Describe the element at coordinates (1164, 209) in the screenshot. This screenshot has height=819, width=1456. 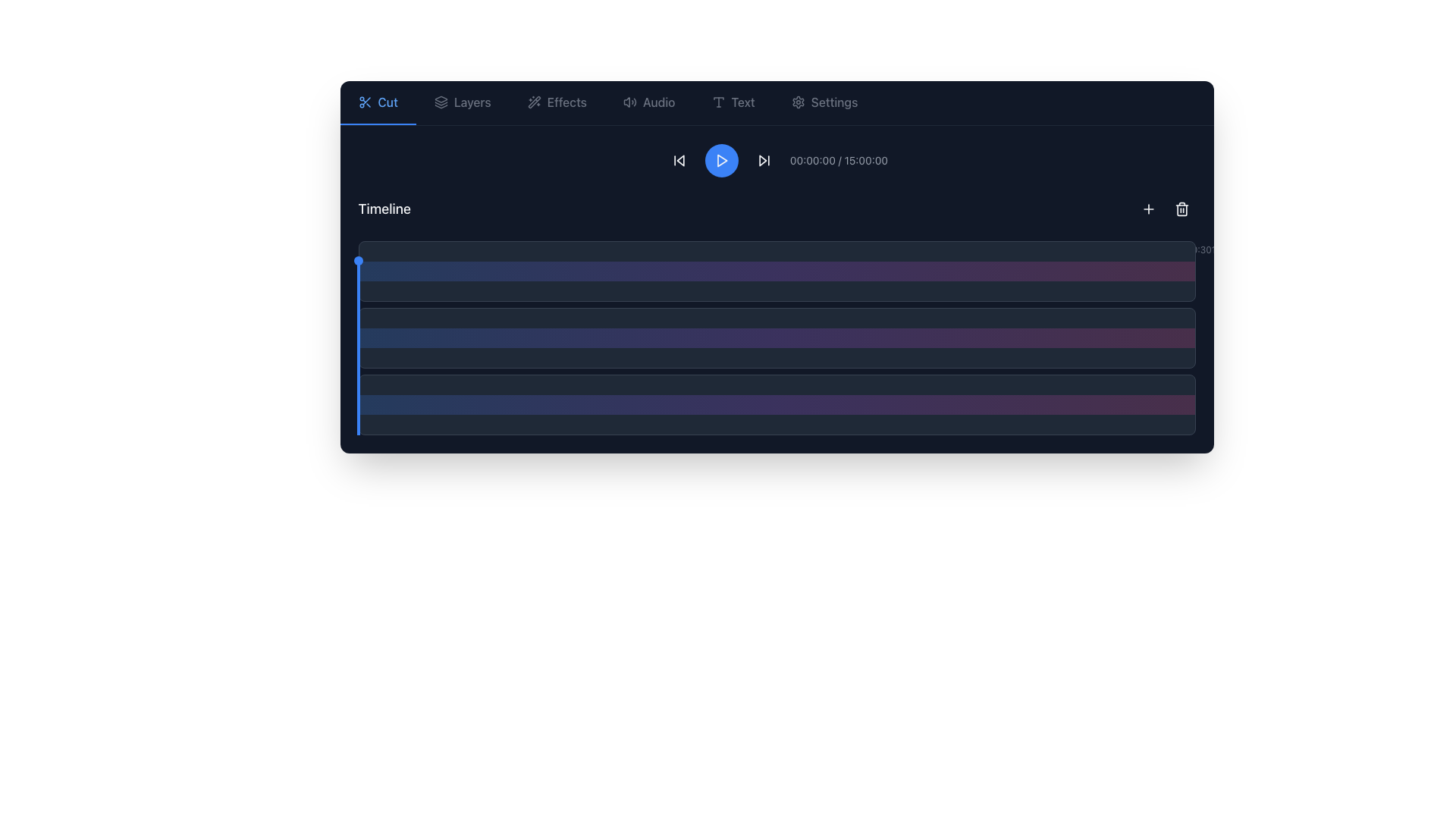
I see `the toolbar located in the top-right corner of the interface, which contains two buttons: a plus sign for adding items and a trash can for deletion` at that location.